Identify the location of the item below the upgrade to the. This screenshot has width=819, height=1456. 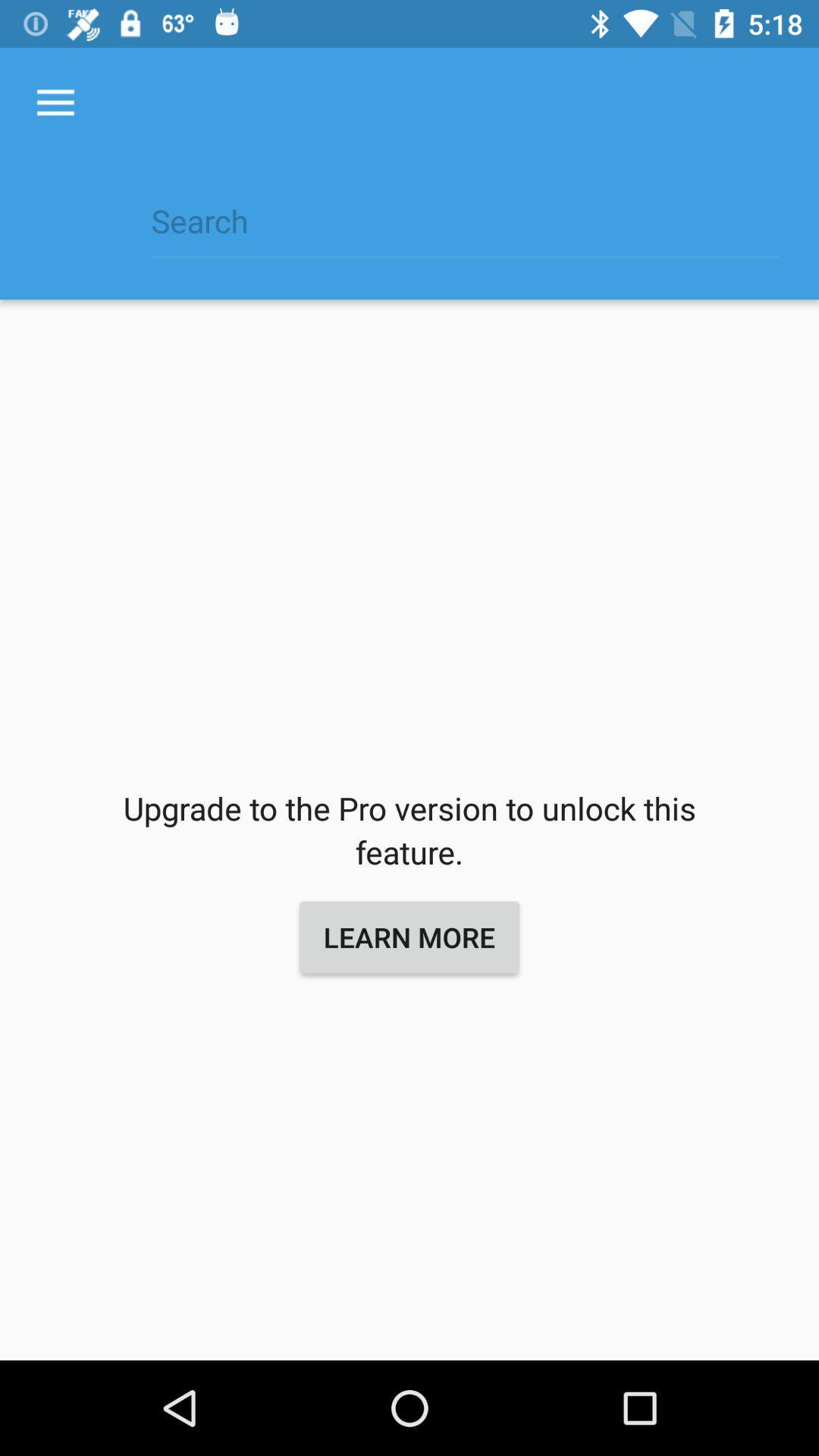
(409, 936).